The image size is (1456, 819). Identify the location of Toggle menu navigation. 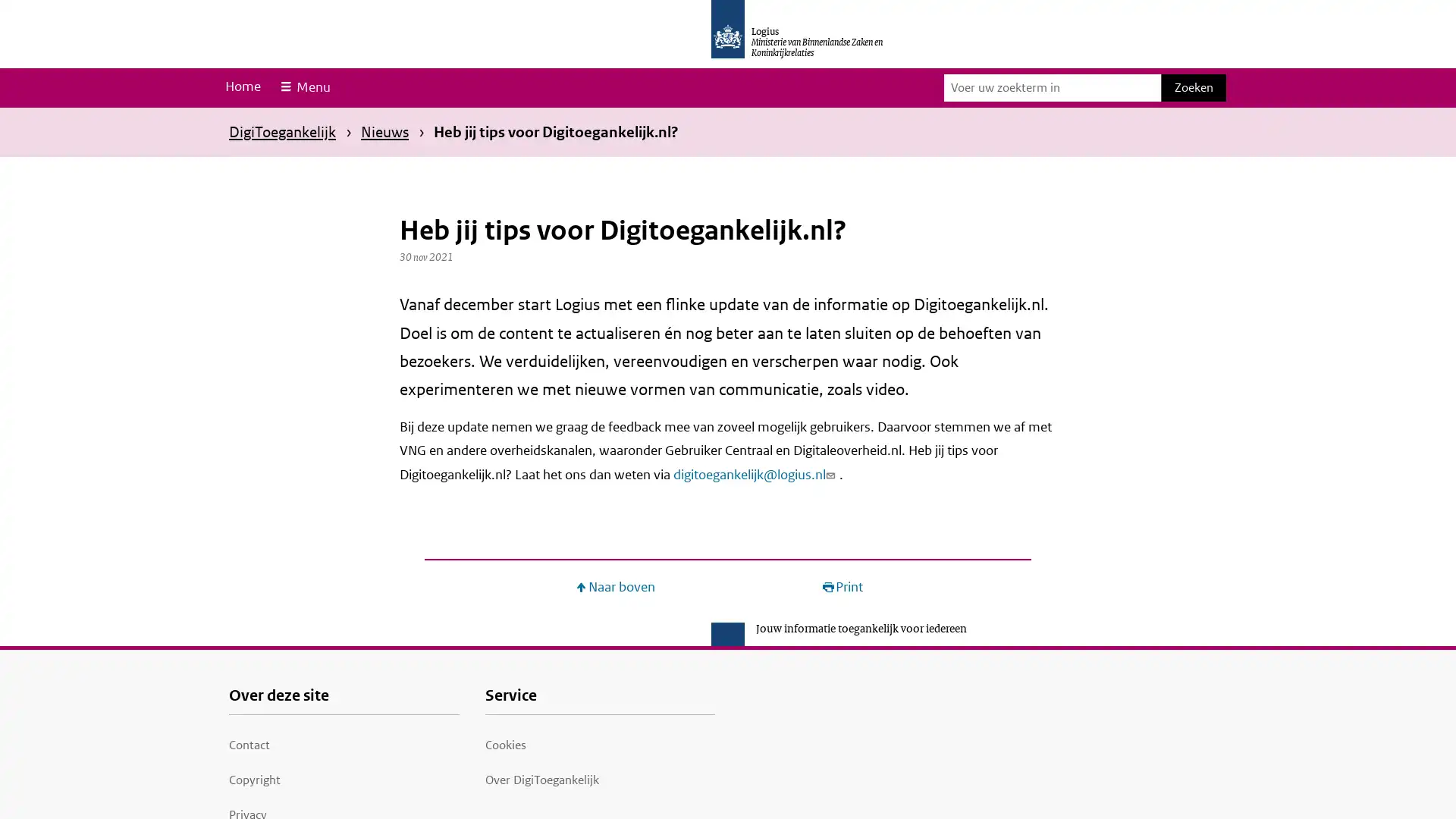
(303, 87).